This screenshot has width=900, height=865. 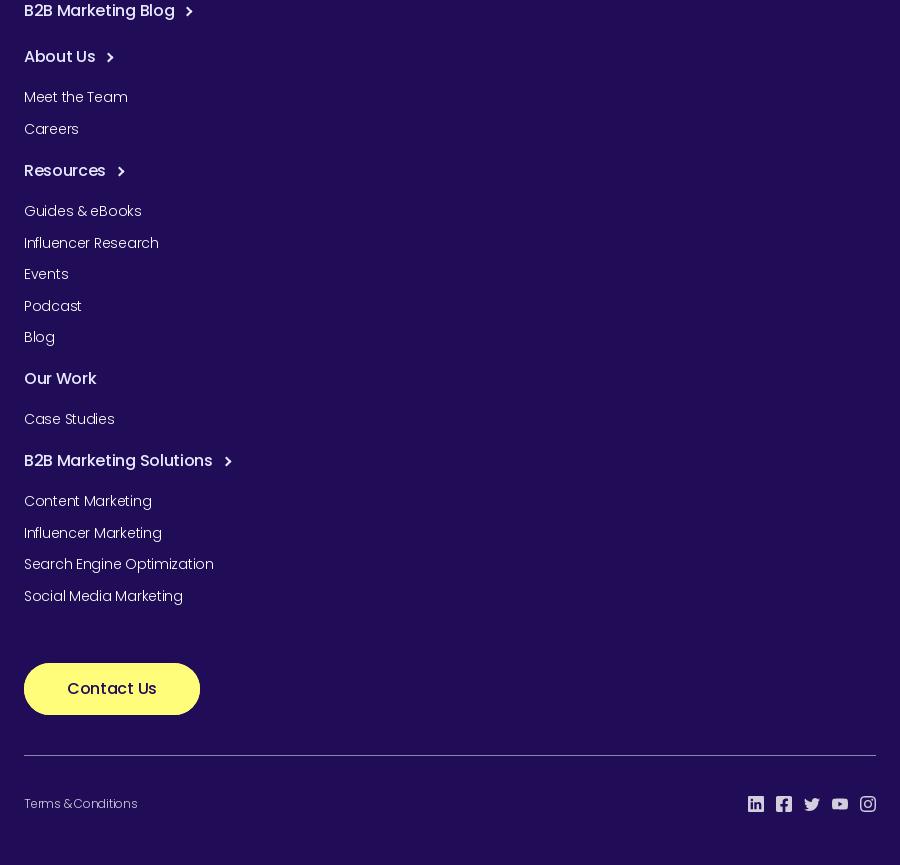 What do you see at coordinates (23, 209) in the screenshot?
I see `'Guides & eBooks'` at bounding box center [23, 209].